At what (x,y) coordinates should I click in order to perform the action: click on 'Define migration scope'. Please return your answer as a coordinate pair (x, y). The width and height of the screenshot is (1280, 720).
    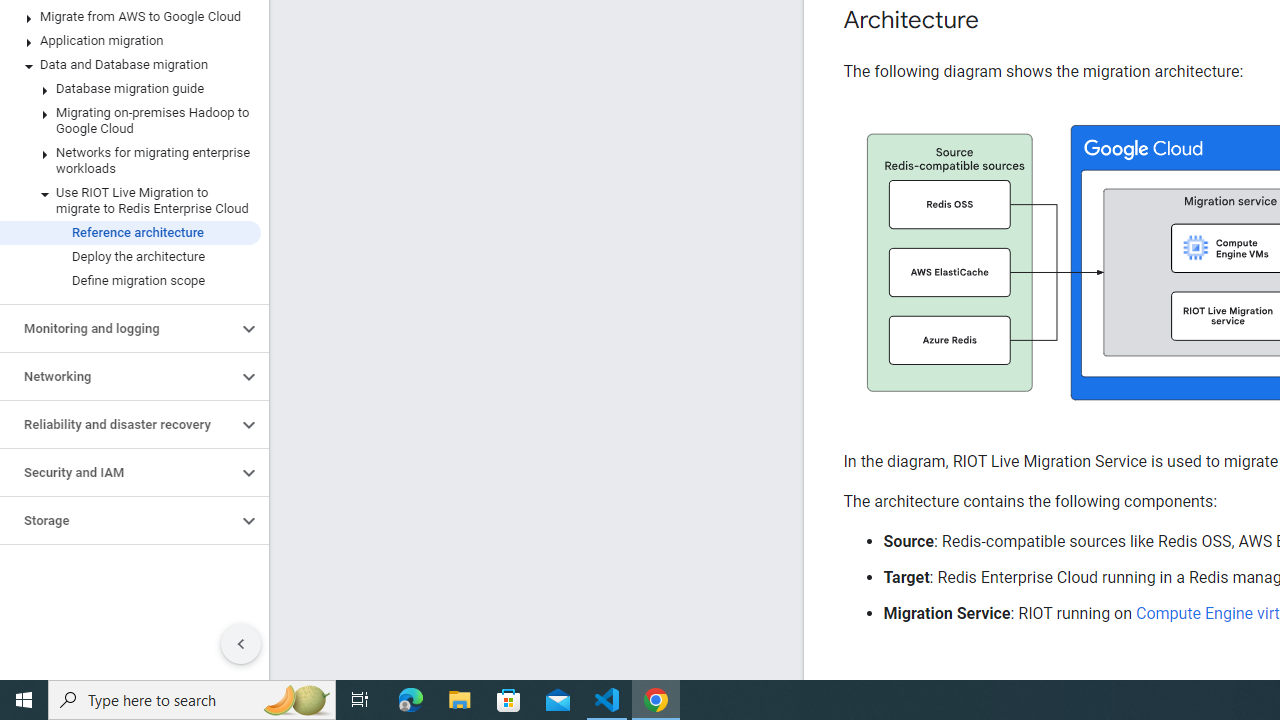
    Looking at the image, I should click on (129, 281).